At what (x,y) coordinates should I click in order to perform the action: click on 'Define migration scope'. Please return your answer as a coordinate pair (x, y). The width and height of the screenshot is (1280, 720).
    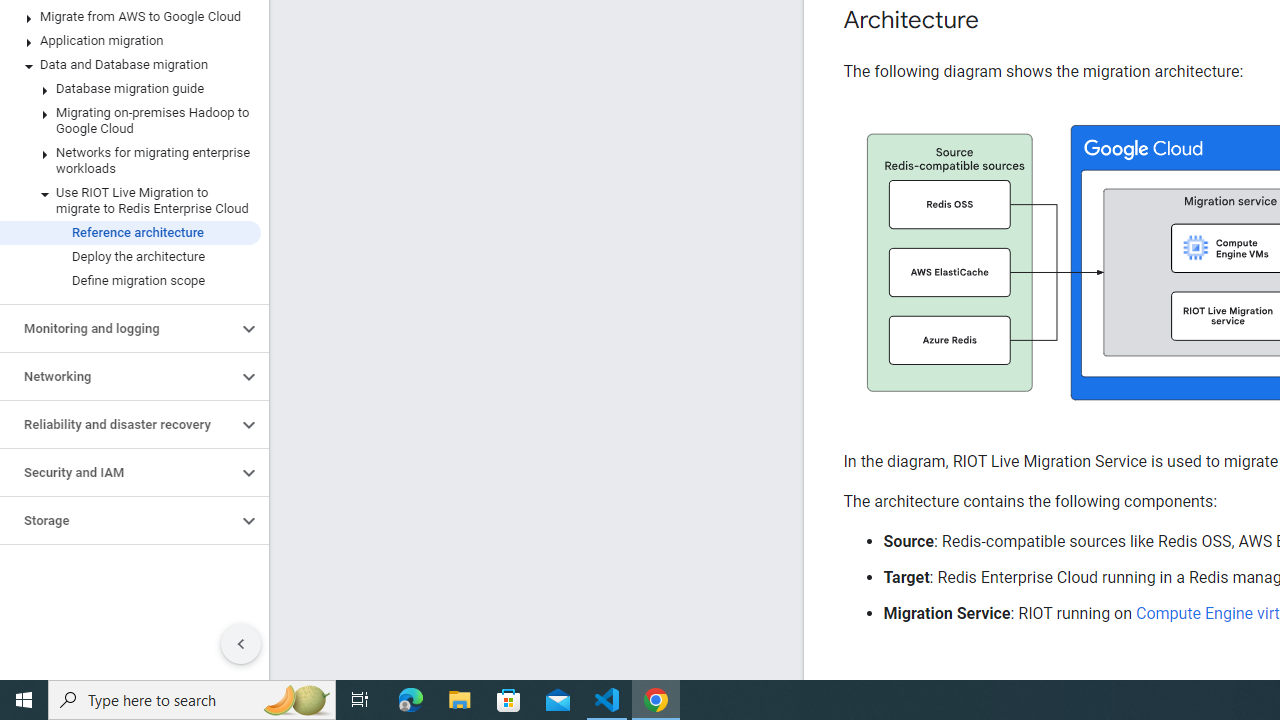
    Looking at the image, I should click on (129, 281).